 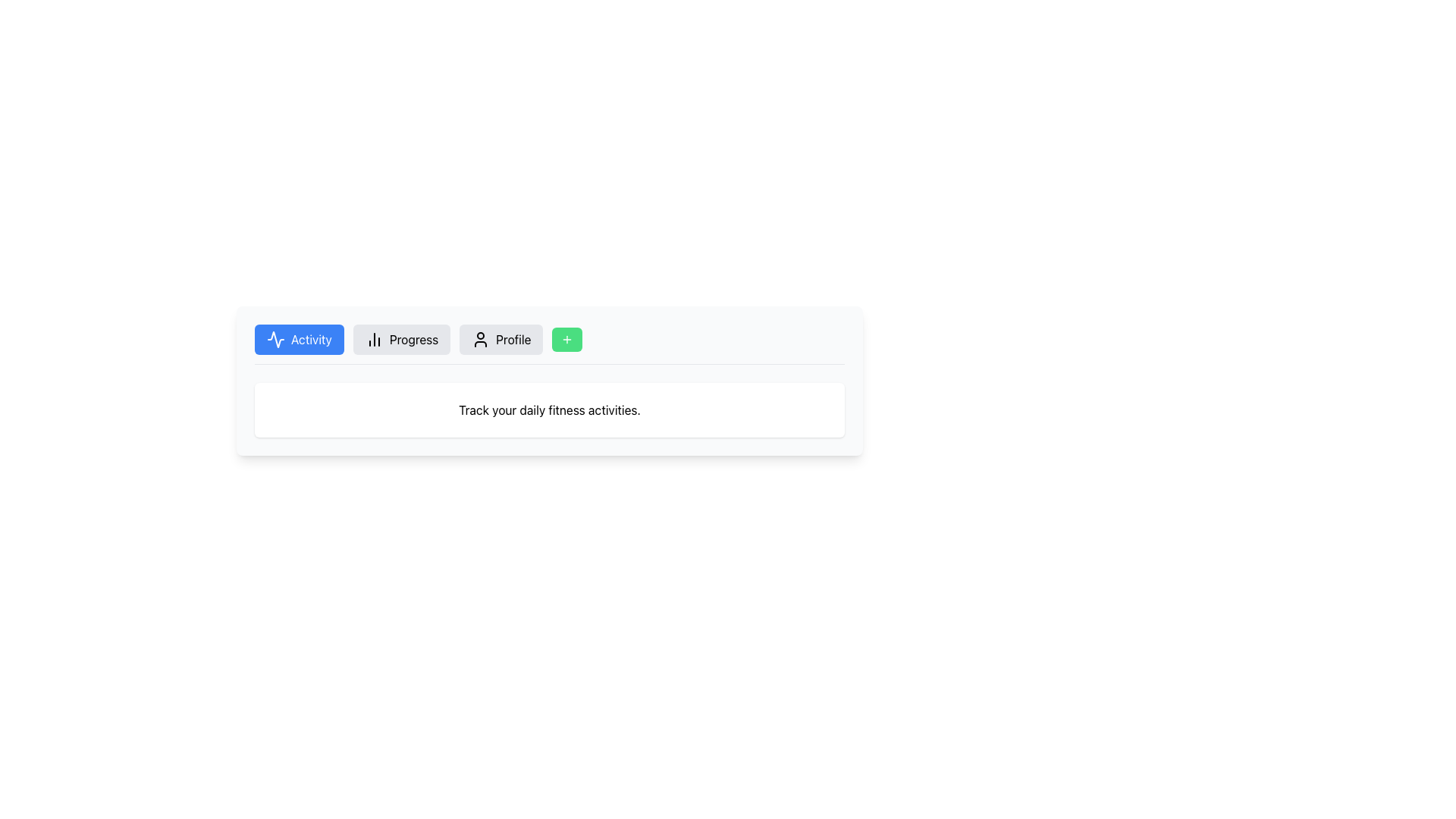 I want to click on the 'Progress' text label, so click(x=414, y=338).